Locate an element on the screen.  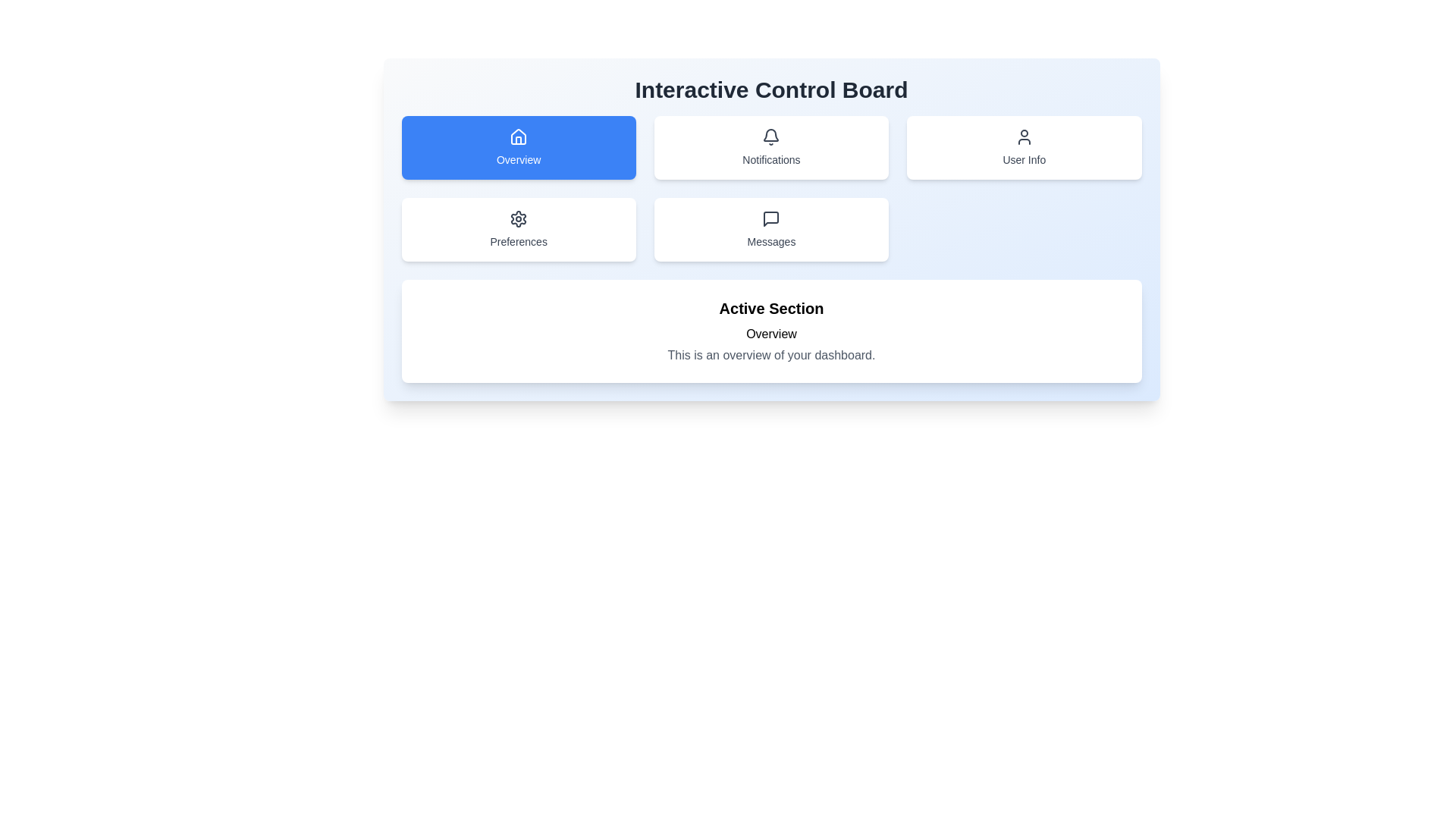
the text label displaying 'This is an overview of your dashboard.' which is located below the title 'Overview' in the white card-like section is located at coordinates (771, 356).